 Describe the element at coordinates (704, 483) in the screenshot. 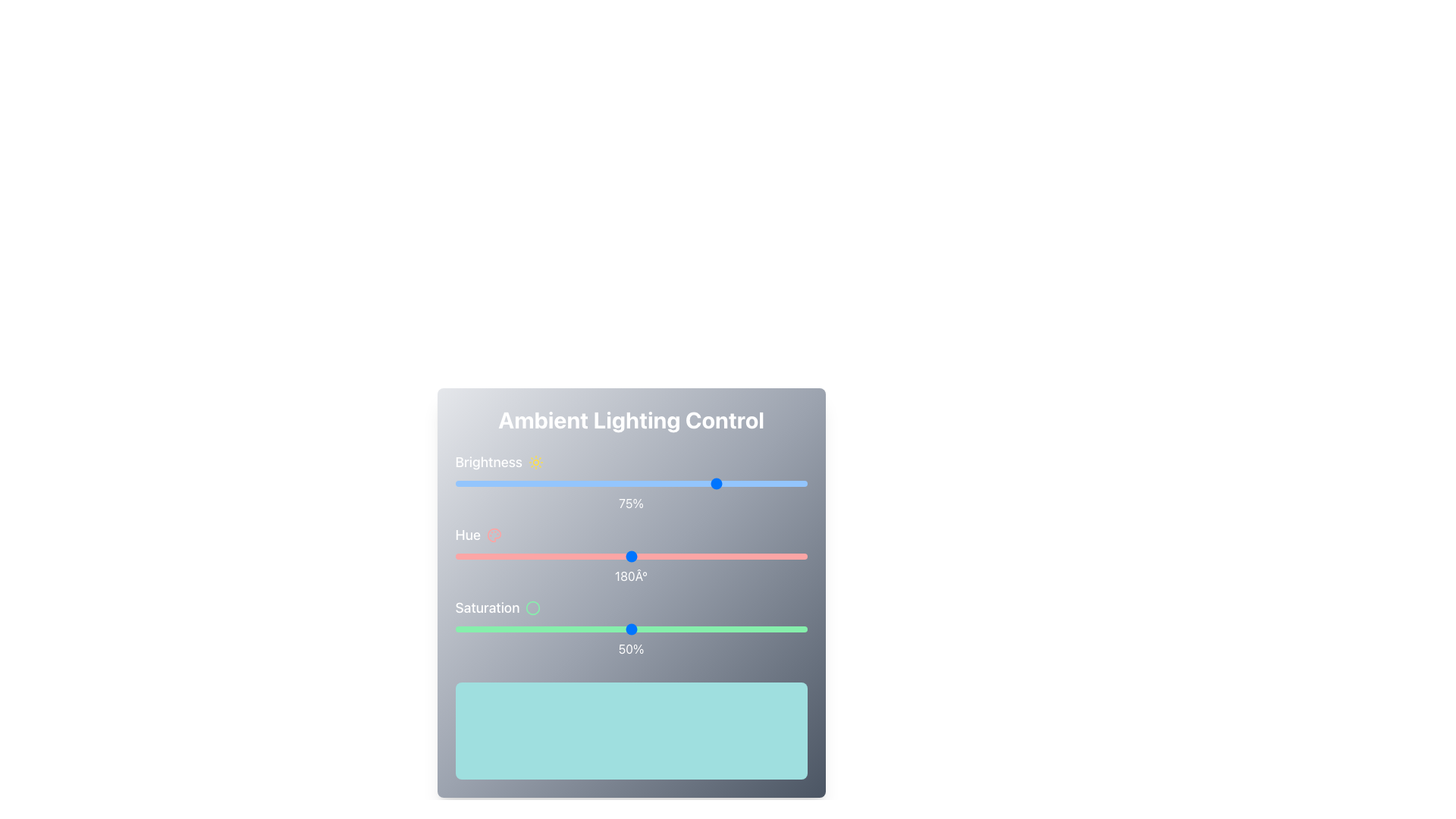

I see `brightness` at that location.